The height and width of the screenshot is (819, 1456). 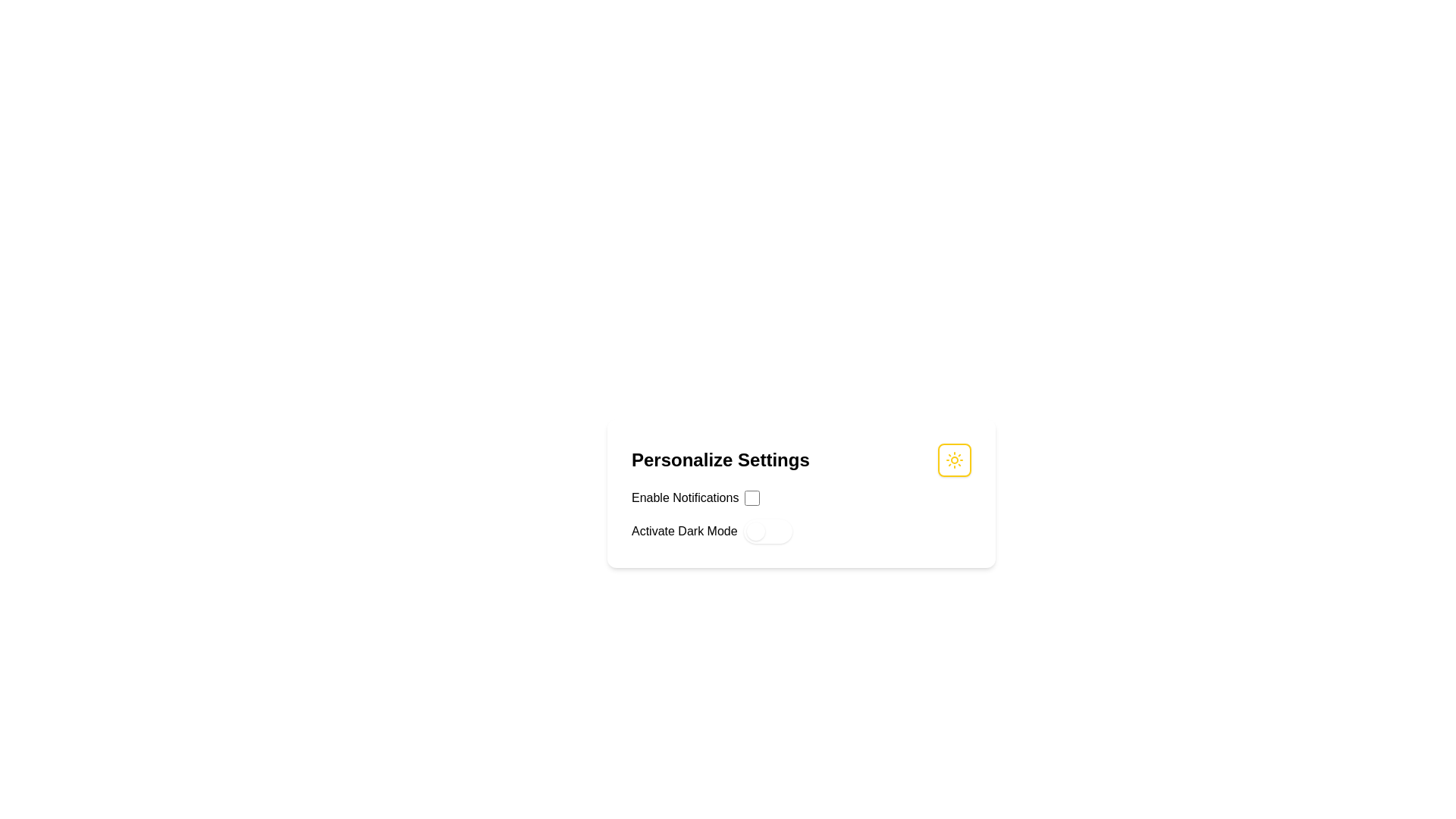 What do you see at coordinates (953, 459) in the screenshot?
I see `the sun-like icon in the top-right corner of the 'Personalize Settings' panel` at bounding box center [953, 459].